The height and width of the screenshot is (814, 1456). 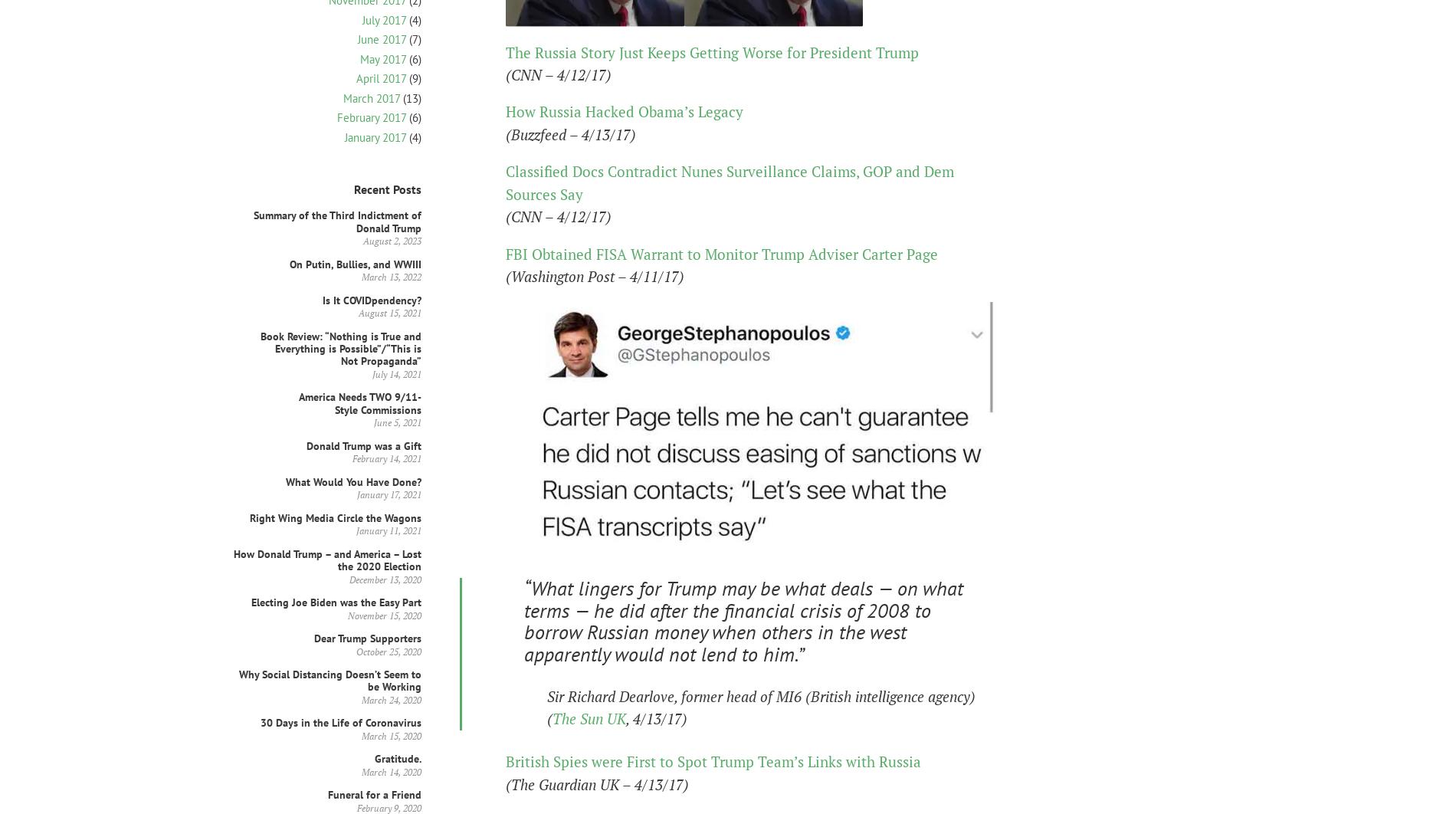 What do you see at coordinates (384, 614) in the screenshot?
I see `'November 15, 2020'` at bounding box center [384, 614].